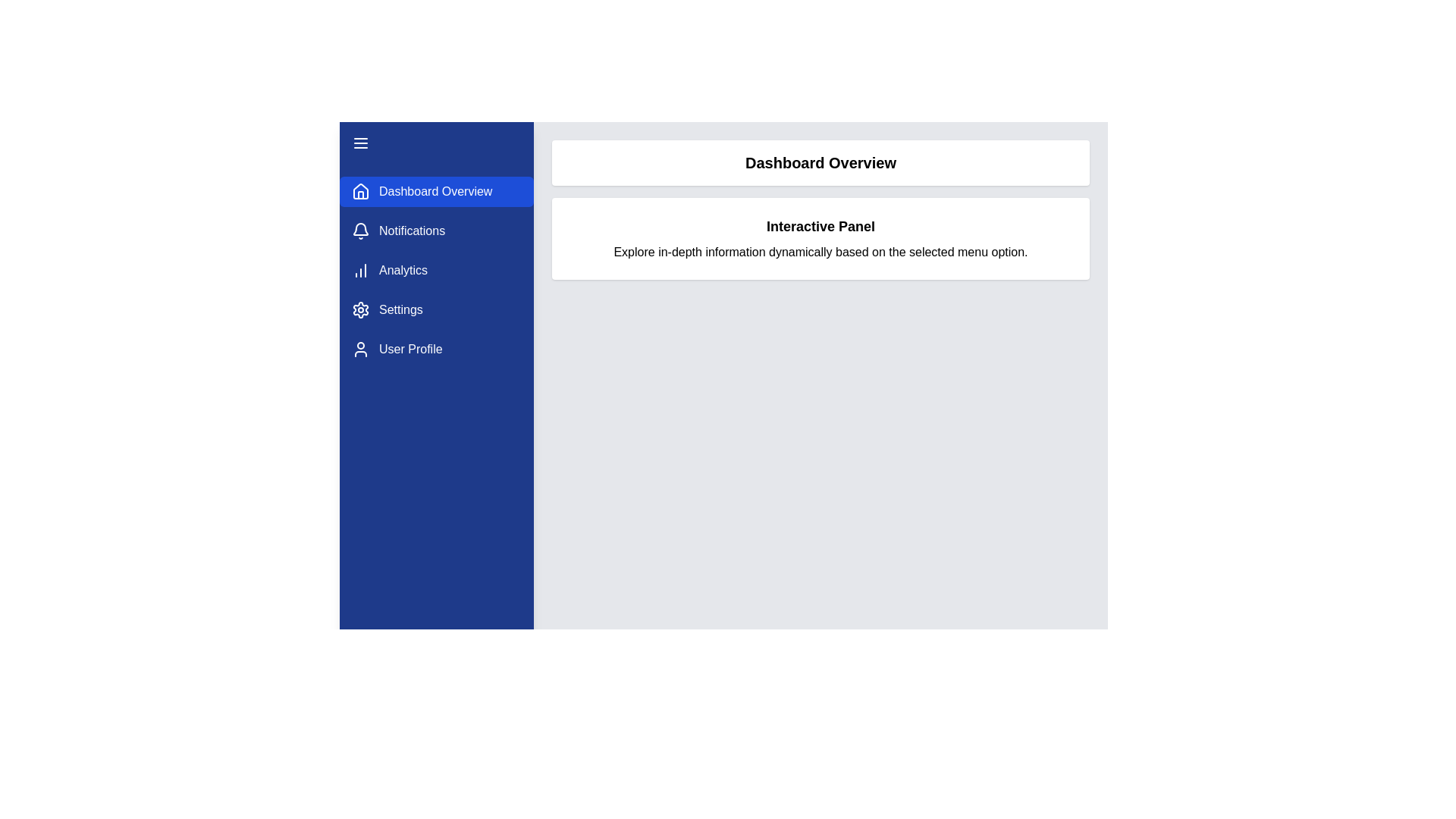  Describe the element at coordinates (436, 191) in the screenshot. I see `the 'Dashboard Overview' button` at that location.